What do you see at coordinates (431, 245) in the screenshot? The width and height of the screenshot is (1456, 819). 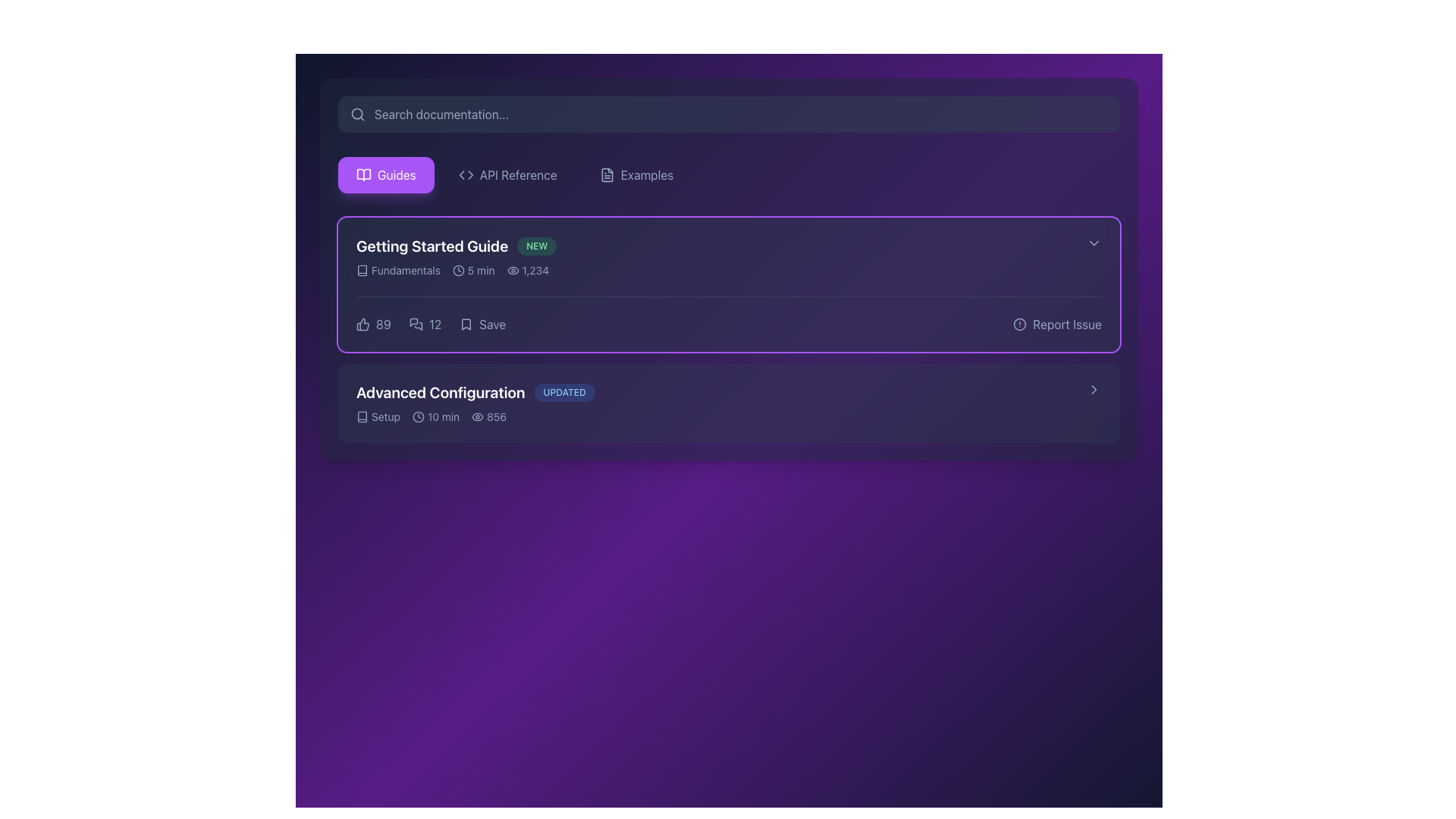 I see `the title text indicating the 'Getting Started Guide', which is located in the upper-left section of the main content area and positioned to the left of the 'NEW' badge` at bounding box center [431, 245].